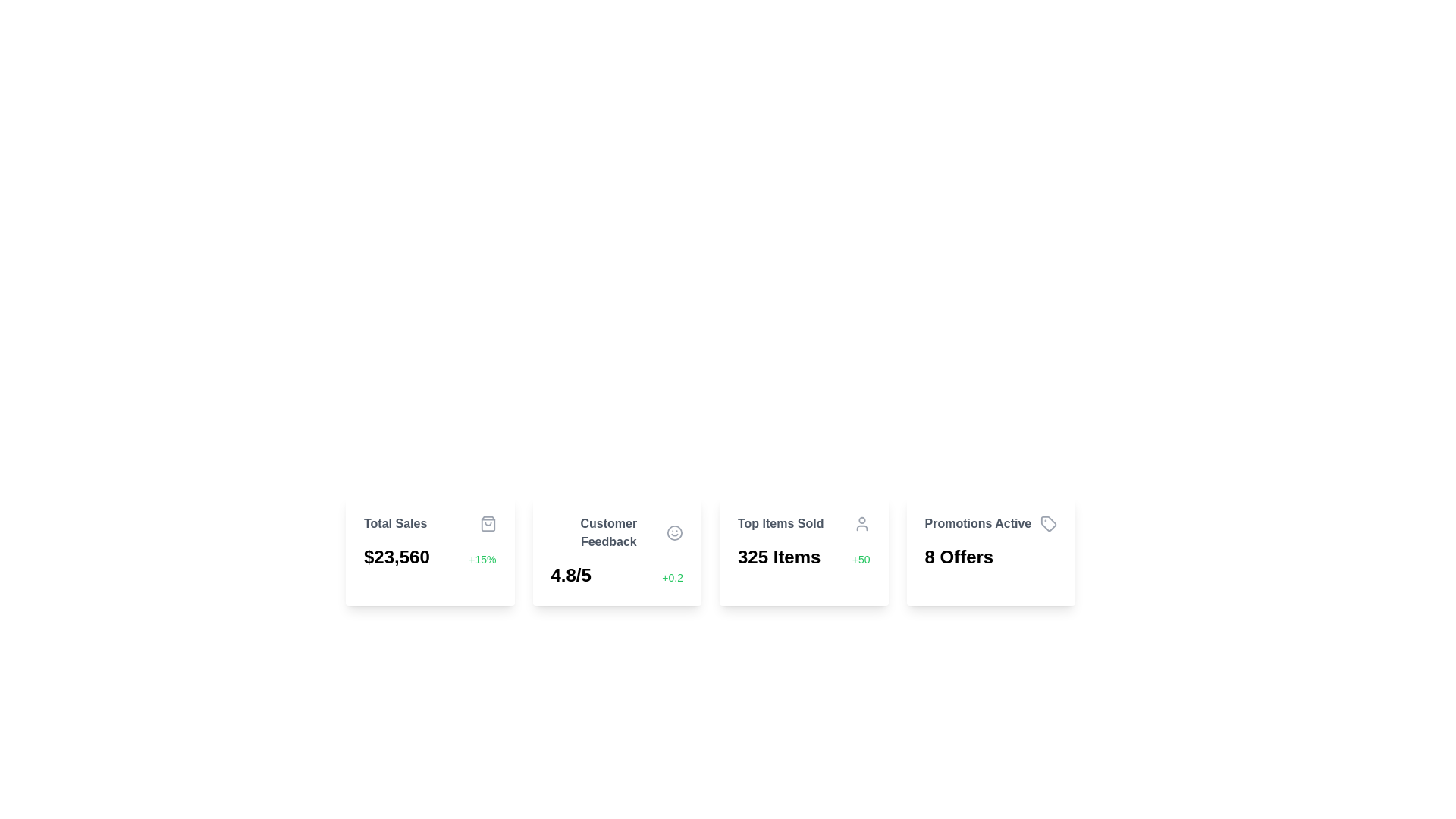 This screenshot has height=819, width=1456. Describe the element at coordinates (780, 522) in the screenshot. I see `text from the title or heading text label located in the center region of the card, which identifies the type of information presented` at that location.